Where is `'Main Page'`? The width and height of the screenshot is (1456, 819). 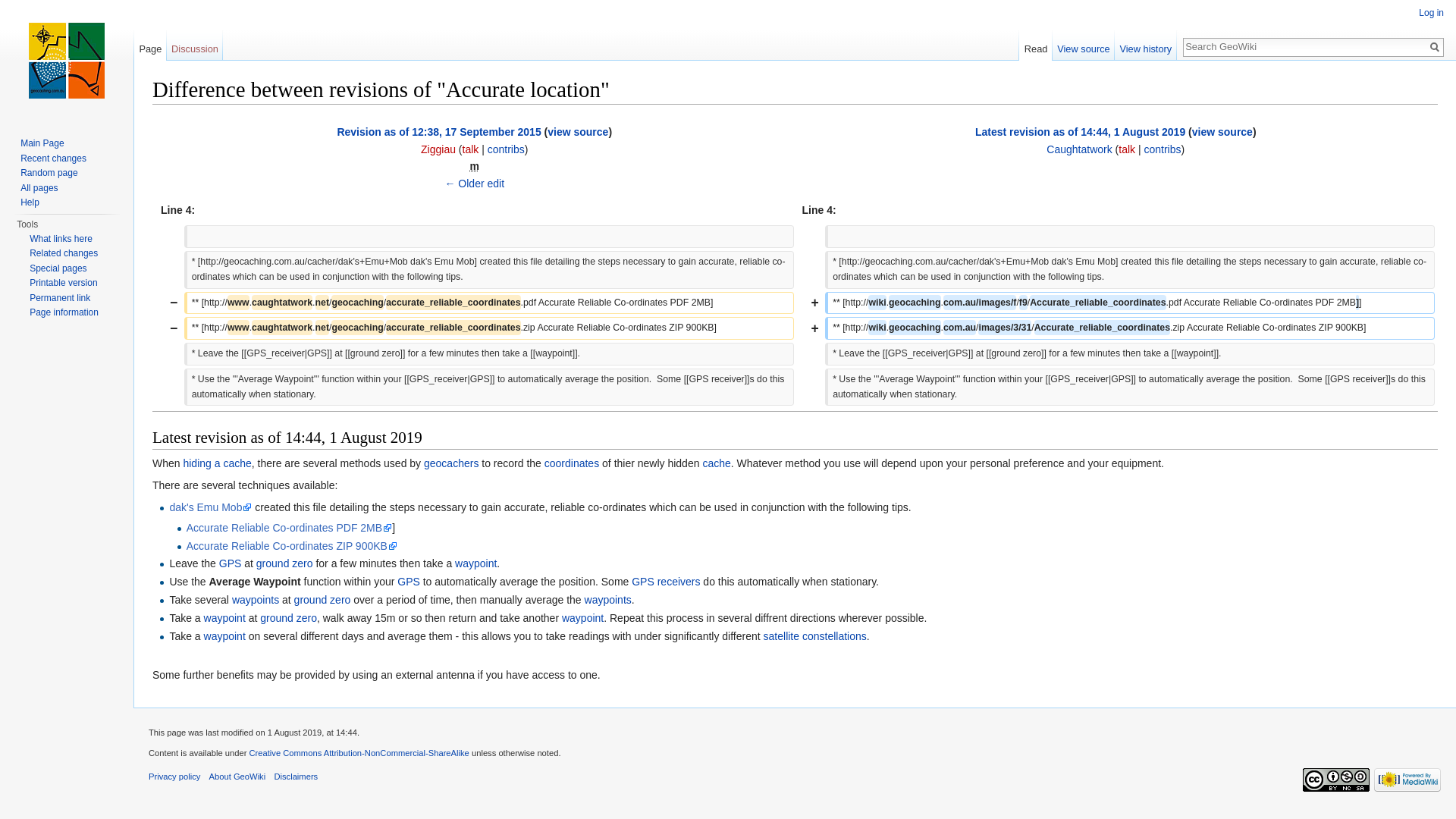
'Main Page' is located at coordinates (42, 143).